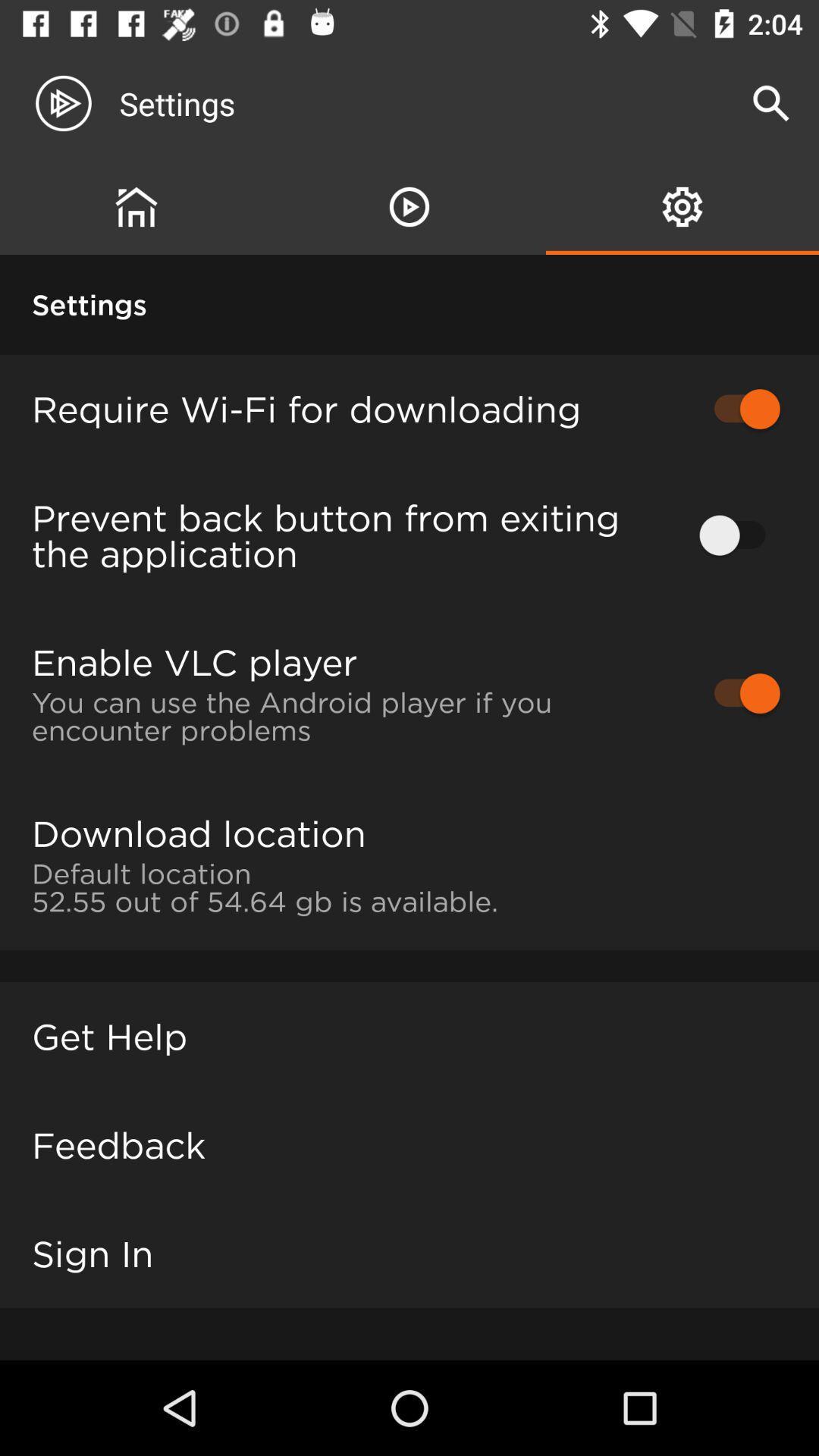  Describe the element at coordinates (739, 692) in the screenshot. I see `the button which is on the left side of enable vlc player` at that location.